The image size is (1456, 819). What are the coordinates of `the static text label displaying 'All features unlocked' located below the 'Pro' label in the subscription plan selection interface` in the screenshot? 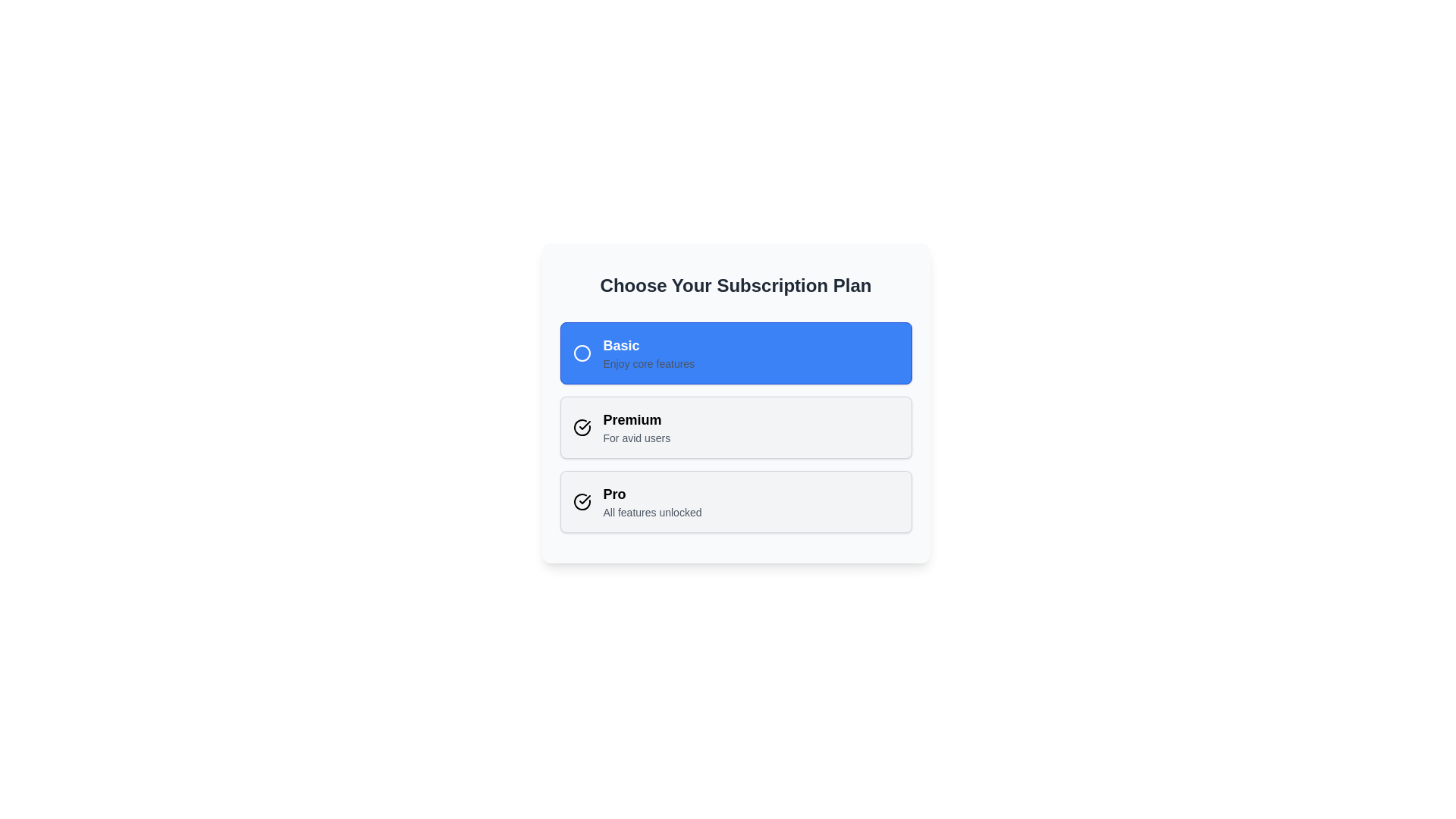 It's located at (652, 512).